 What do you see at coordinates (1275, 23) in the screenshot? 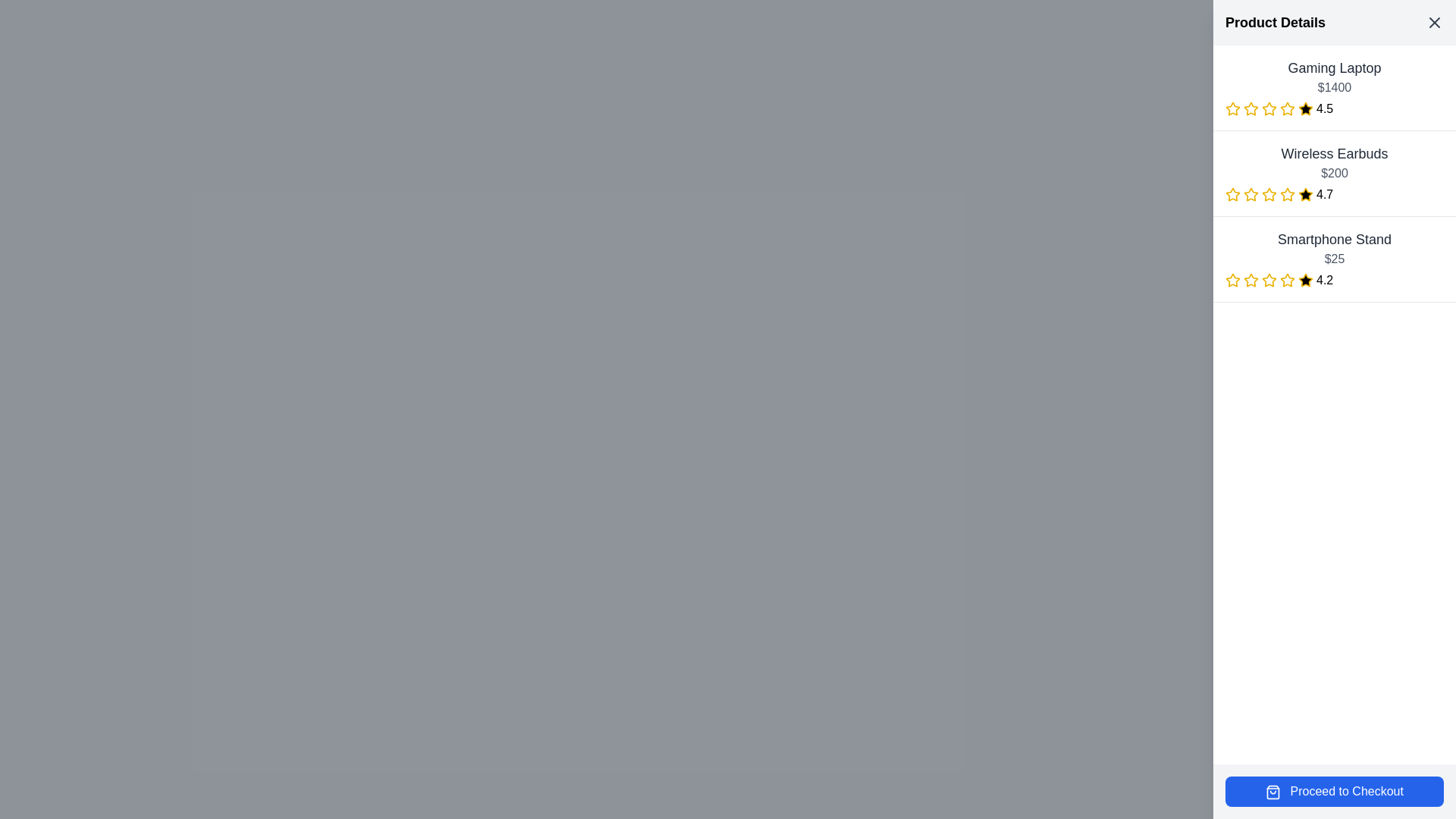
I see `the 'Product Details' static text label, which is prominently displayed in bold and large font in the header section of the sidebar layout` at bounding box center [1275, 23].